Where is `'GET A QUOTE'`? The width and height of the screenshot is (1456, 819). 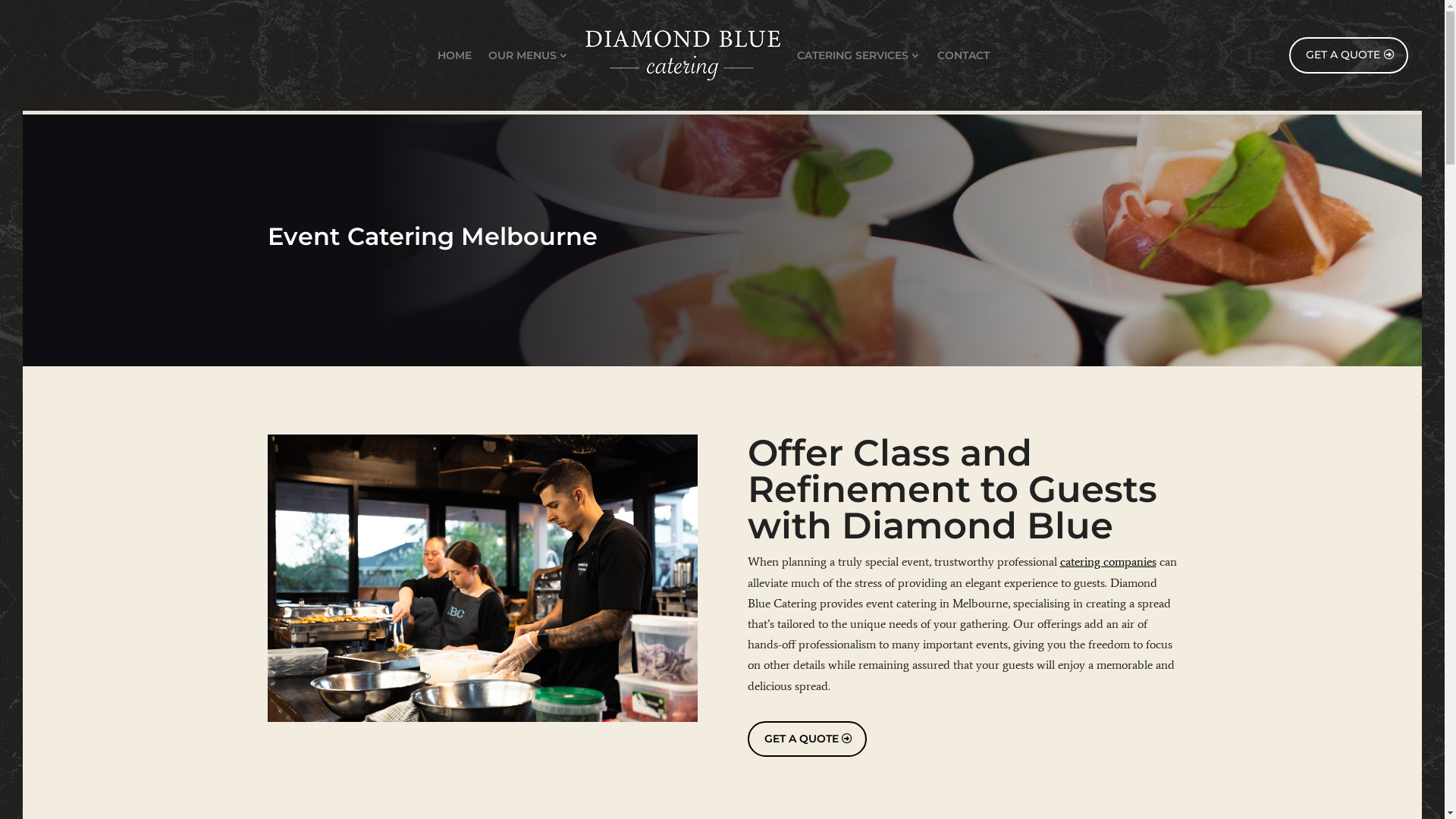 'GET A QUOTE' is located at coordinates (806, 739).